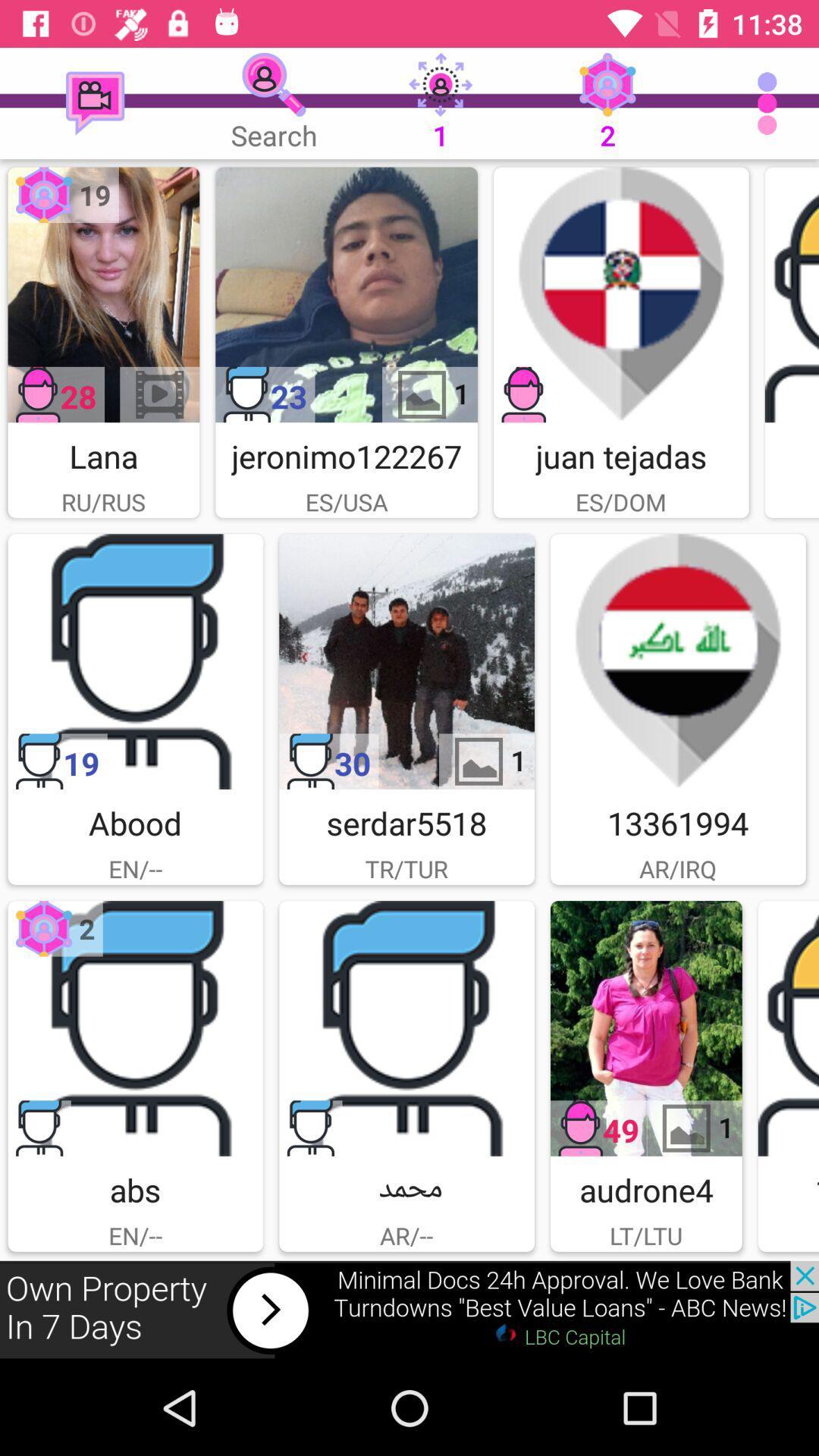 This screenshot has width=819, height=1456. Describe the element at coordinates (406, 661) in the screenshot. I see `advertisement` at that location.